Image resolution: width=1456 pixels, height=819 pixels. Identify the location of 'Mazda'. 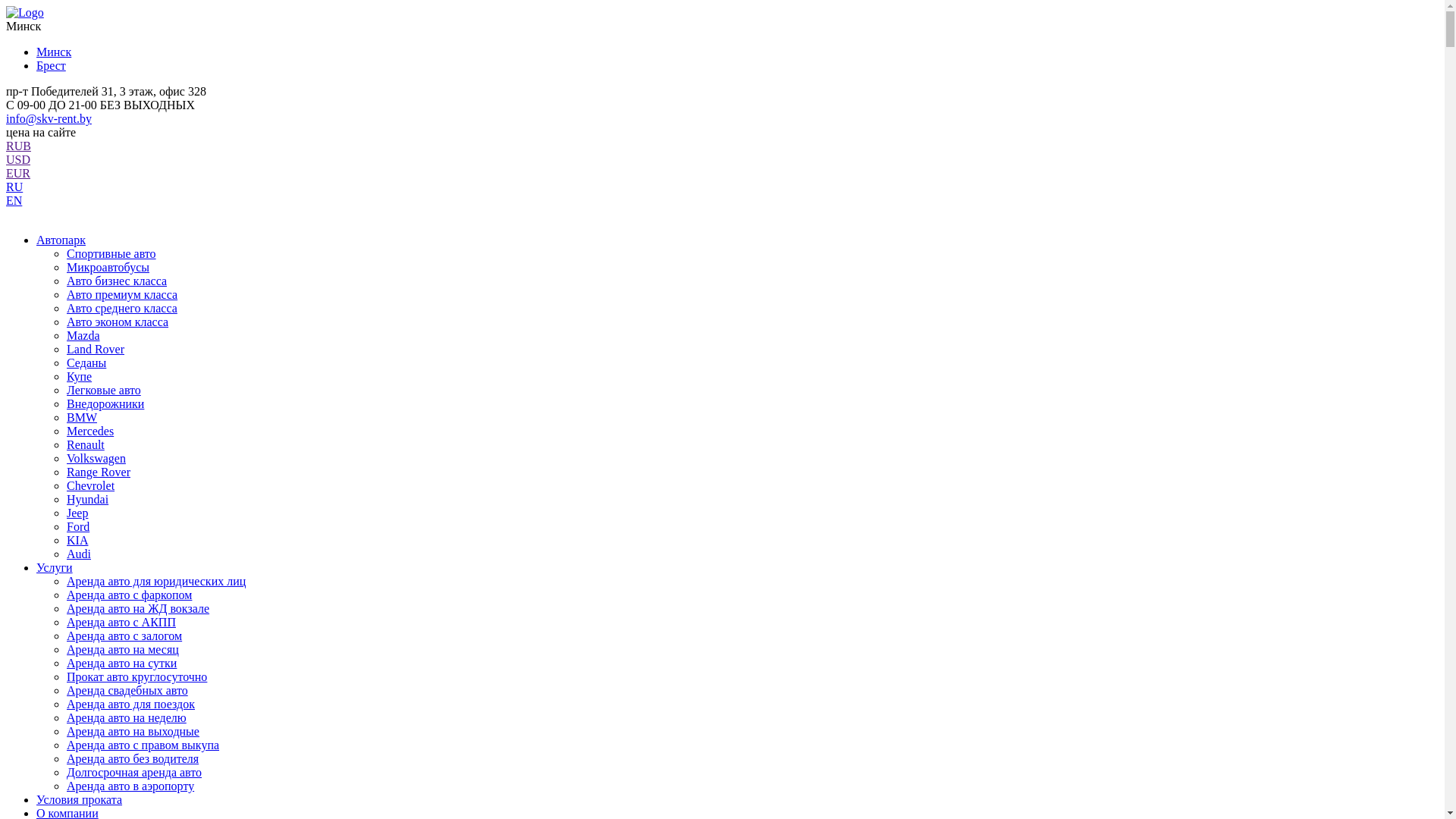
(65, 334).